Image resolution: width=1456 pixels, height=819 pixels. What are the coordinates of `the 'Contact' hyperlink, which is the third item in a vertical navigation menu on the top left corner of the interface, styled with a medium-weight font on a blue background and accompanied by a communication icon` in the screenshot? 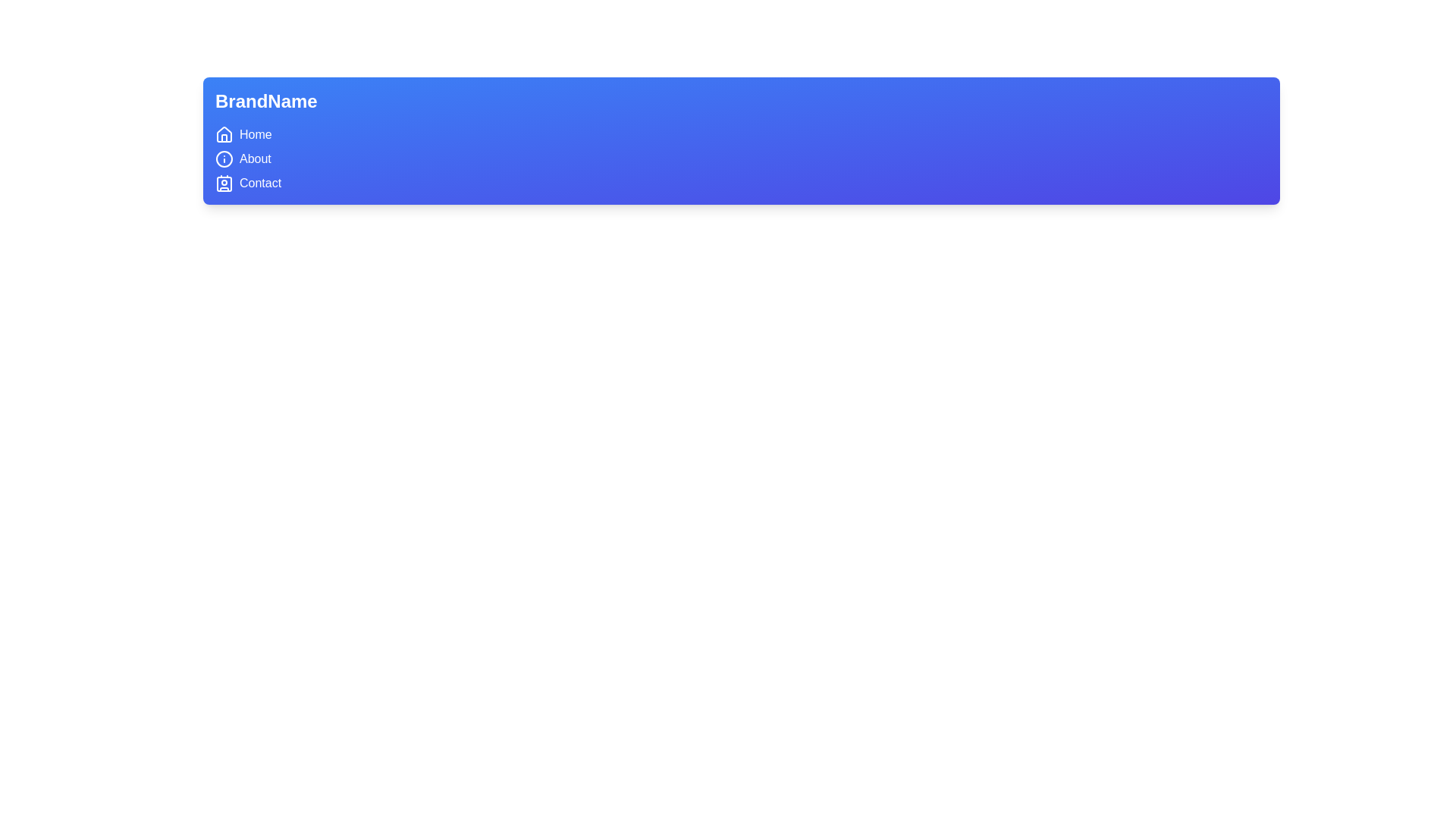 It's located at (260, 183).